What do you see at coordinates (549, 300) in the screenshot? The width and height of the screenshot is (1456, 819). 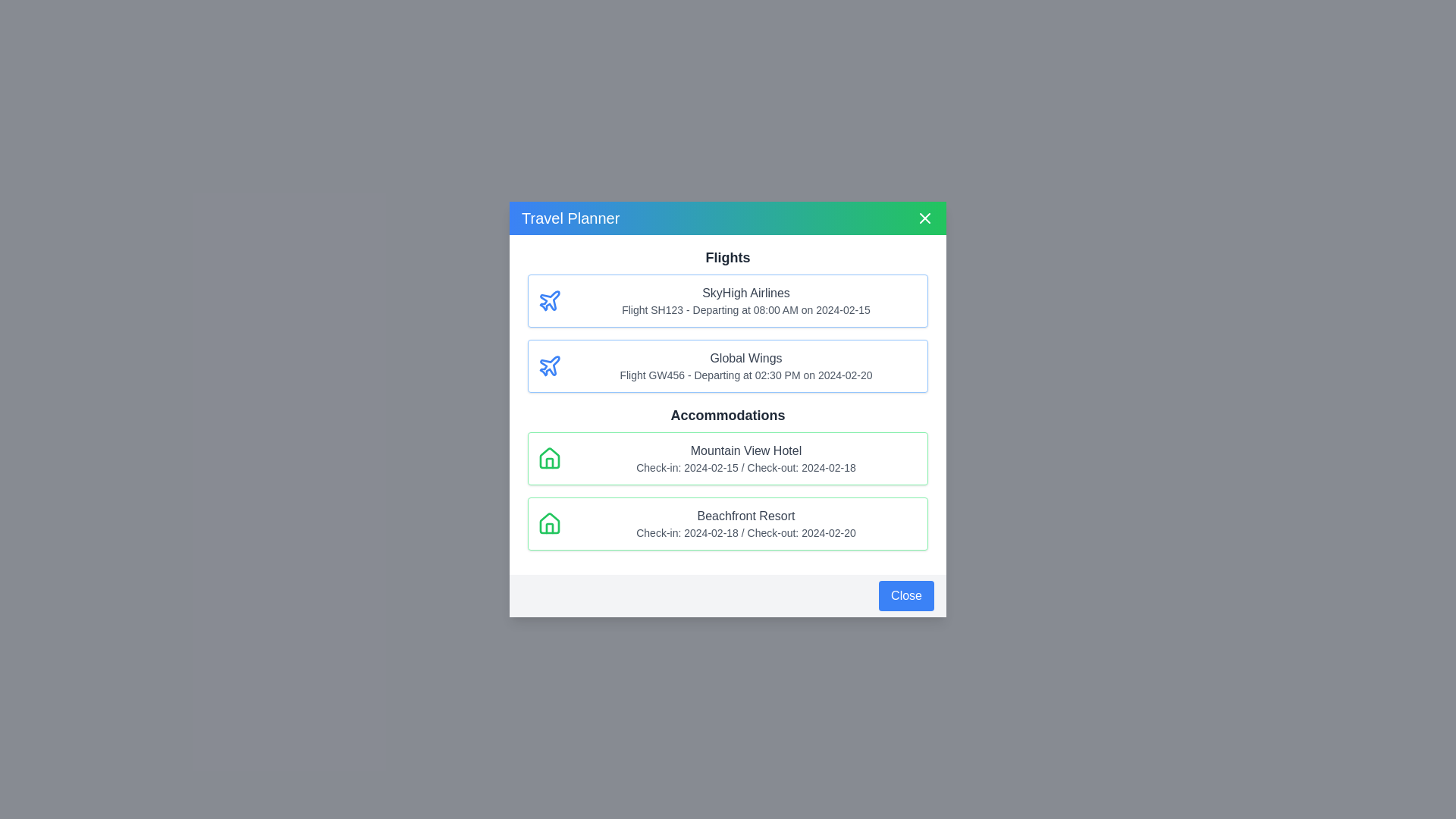 I see `the stylized blue airplane icon that is the second item in the 'Flights' section of the 'Travel Planner' window` at bounding box center [549, 300].